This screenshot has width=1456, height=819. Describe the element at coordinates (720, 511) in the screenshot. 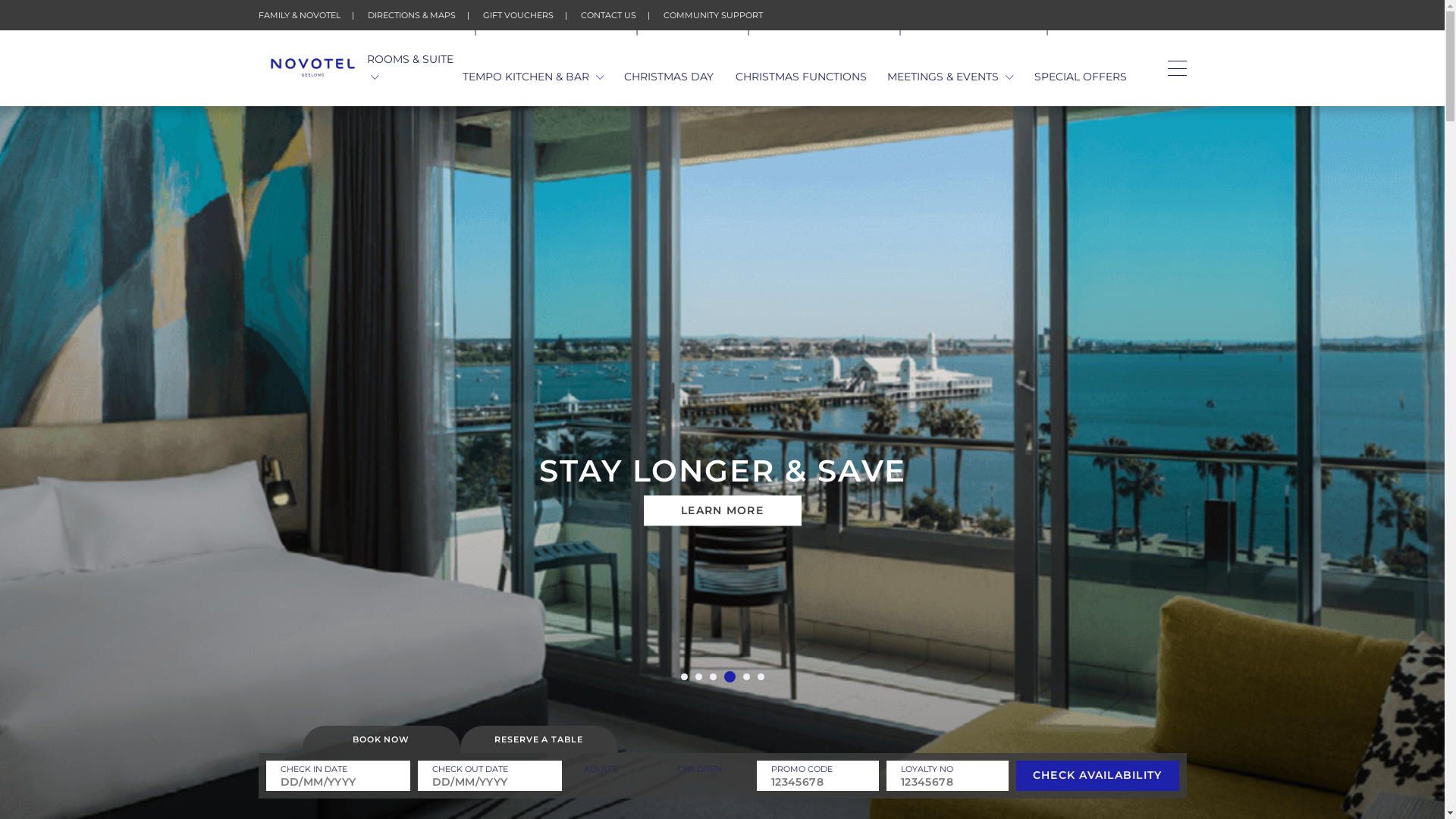

I see `'LEARN MORE'` at that location.